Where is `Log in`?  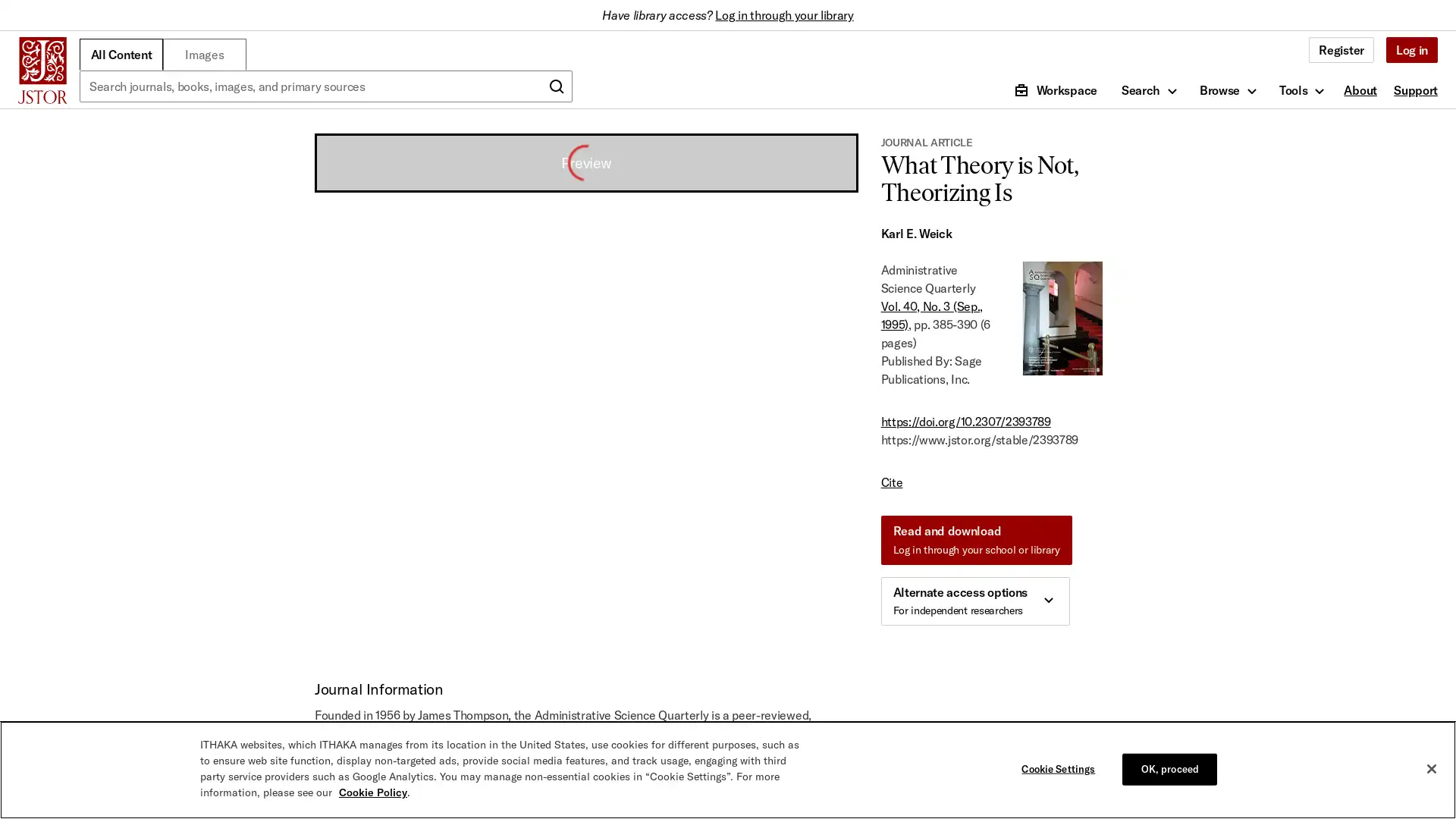
Log in is located at coordinates (1410, 49).